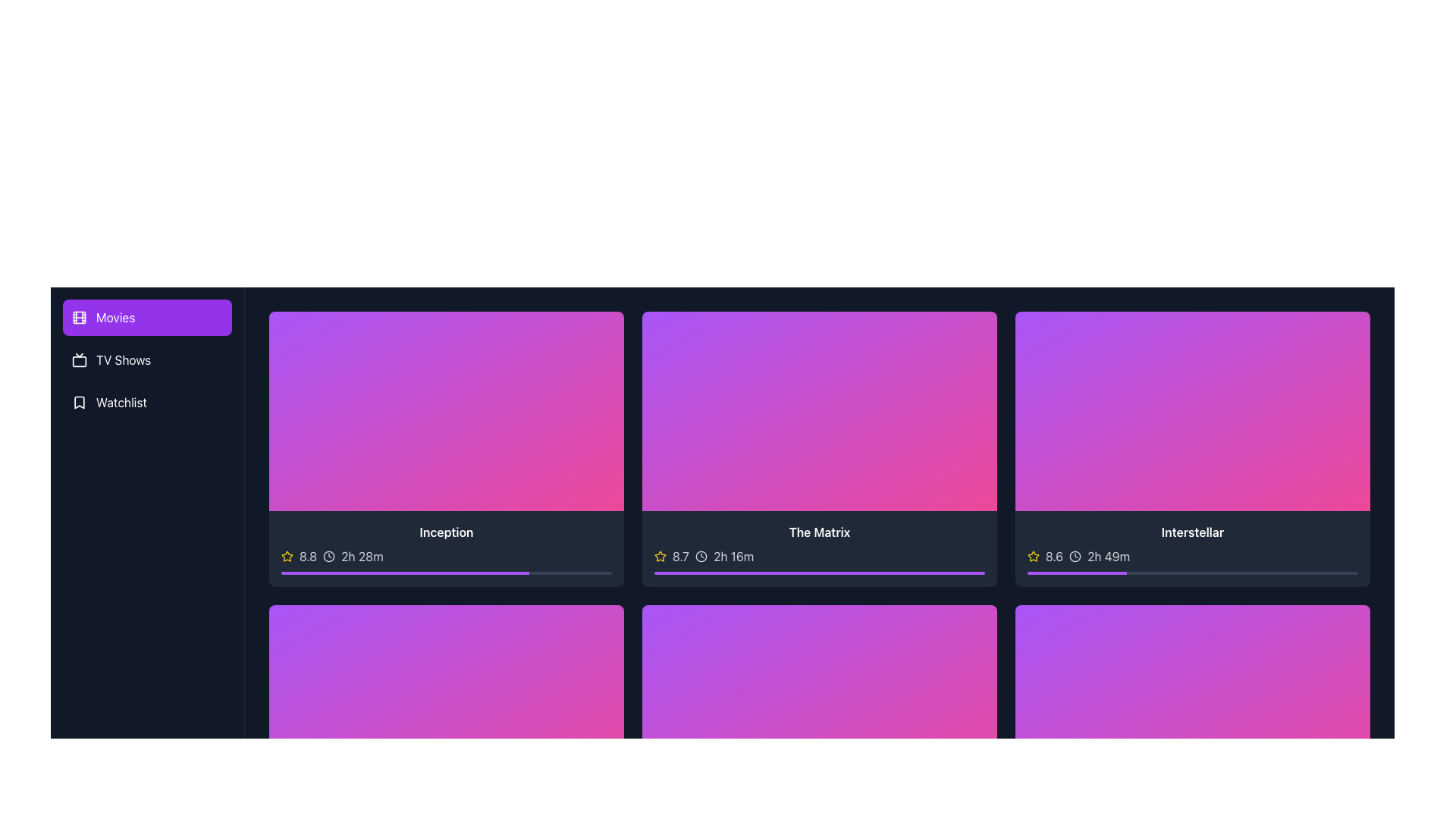 The height and width of the screenshot is (819, 1456). Describe the element at coordinates (147, 317) in the screenshot. I see `the 'Movies' button located in the sidebar menu` at that location.